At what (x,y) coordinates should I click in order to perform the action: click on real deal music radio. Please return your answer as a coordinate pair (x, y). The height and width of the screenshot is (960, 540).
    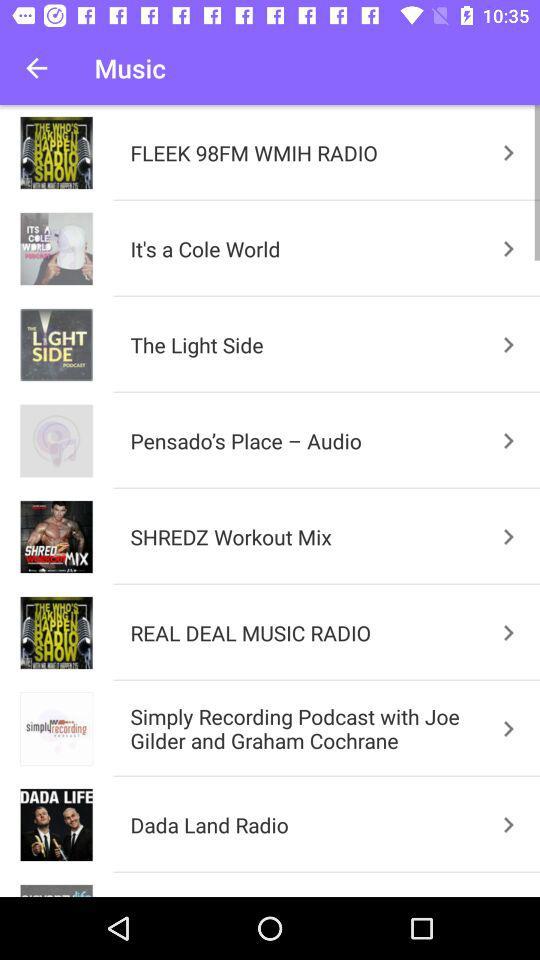
    Looking at the image, I should click on (509, 632).